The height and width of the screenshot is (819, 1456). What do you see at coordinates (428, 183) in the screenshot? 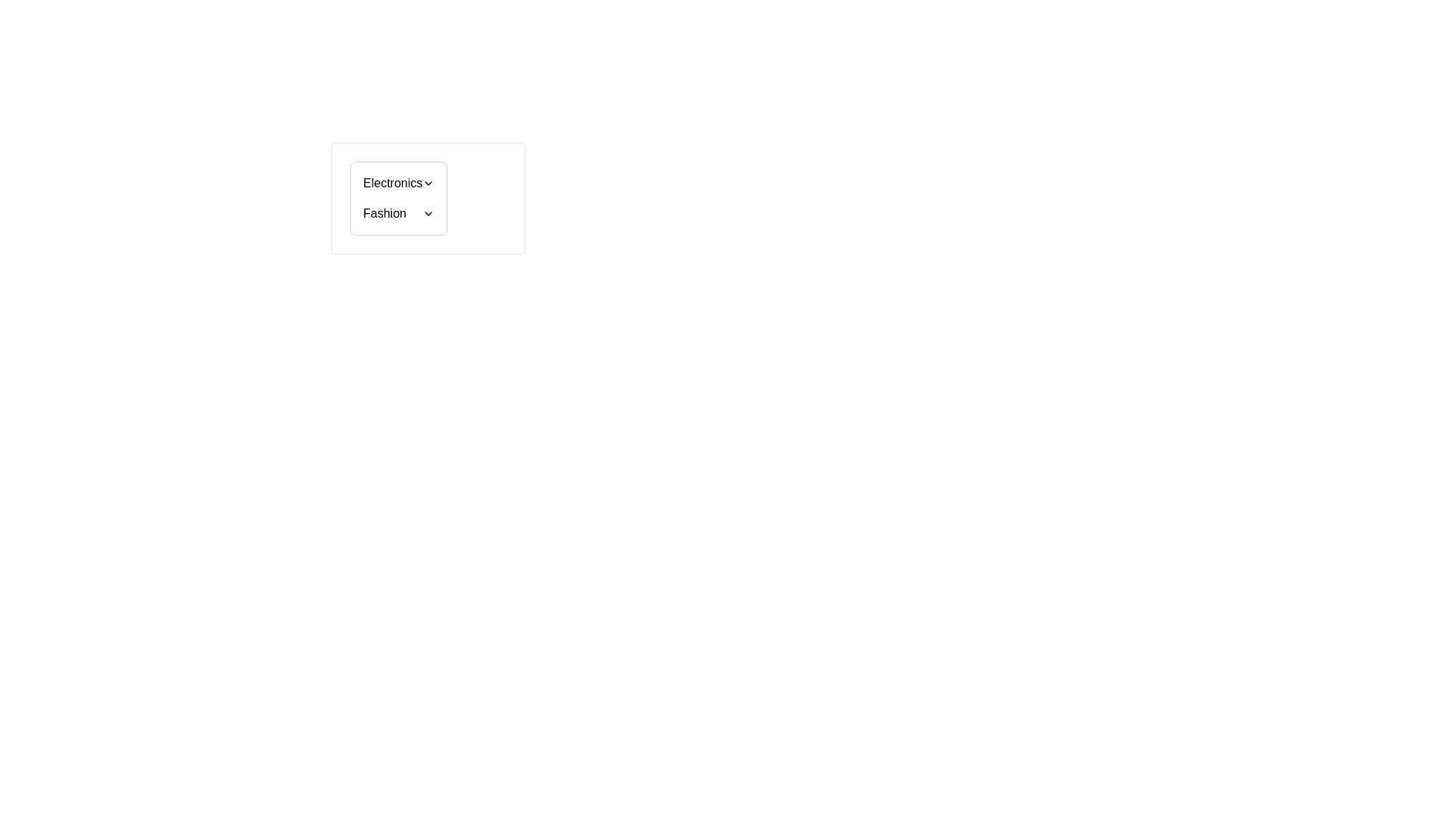
I see `the Dropdown Indicator Icon, which is a downward facing chevron icon positioned at the far right of the 'Electronics' row` at bounding box center [428, 183].